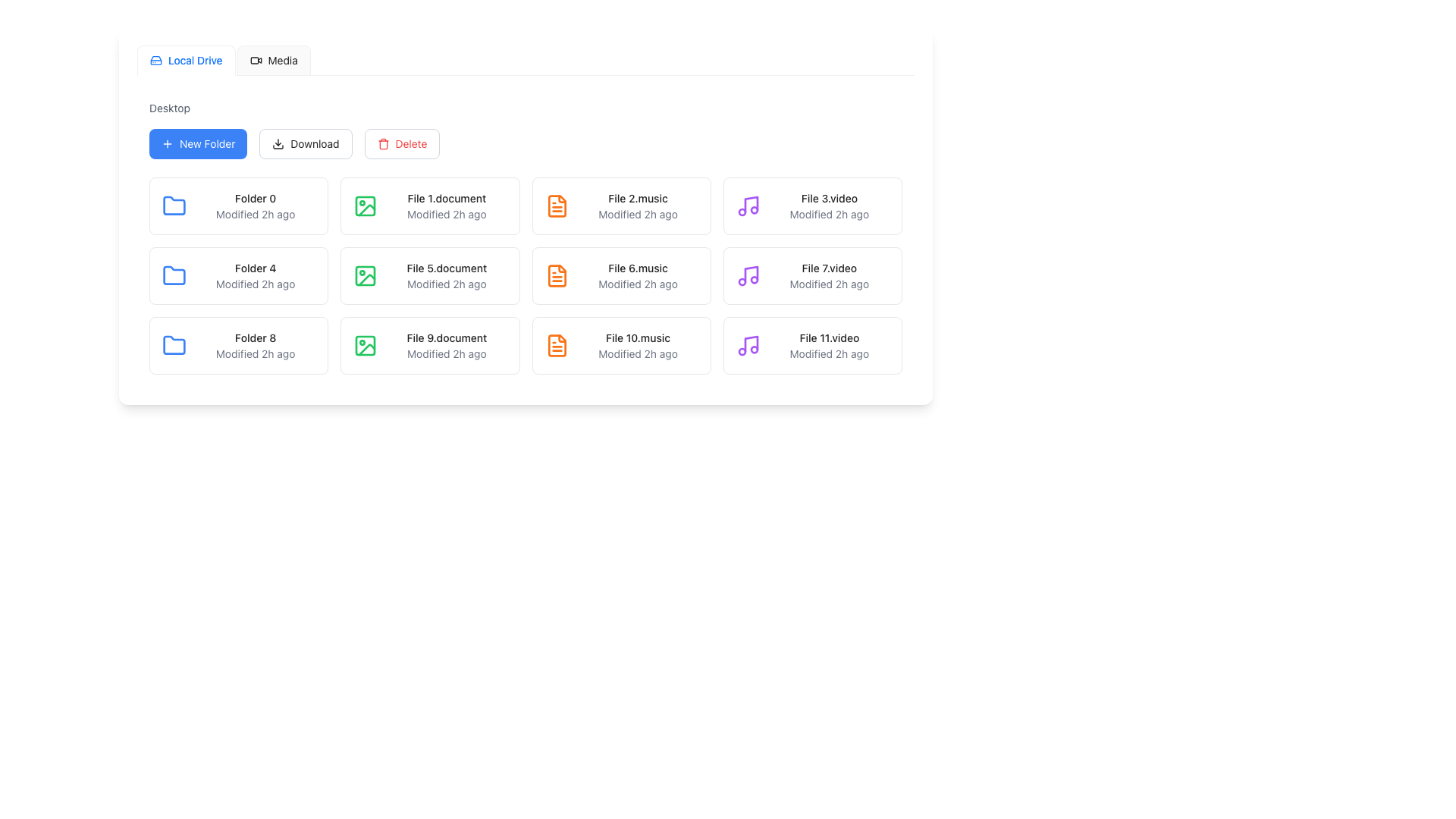 The width and height of the screenshot is (1456, 819). I want to click on to select the 'Folder 4' list item, which includes a blue folder icon and has the text 'Modified 2h ago' below it, so click(238, 275).